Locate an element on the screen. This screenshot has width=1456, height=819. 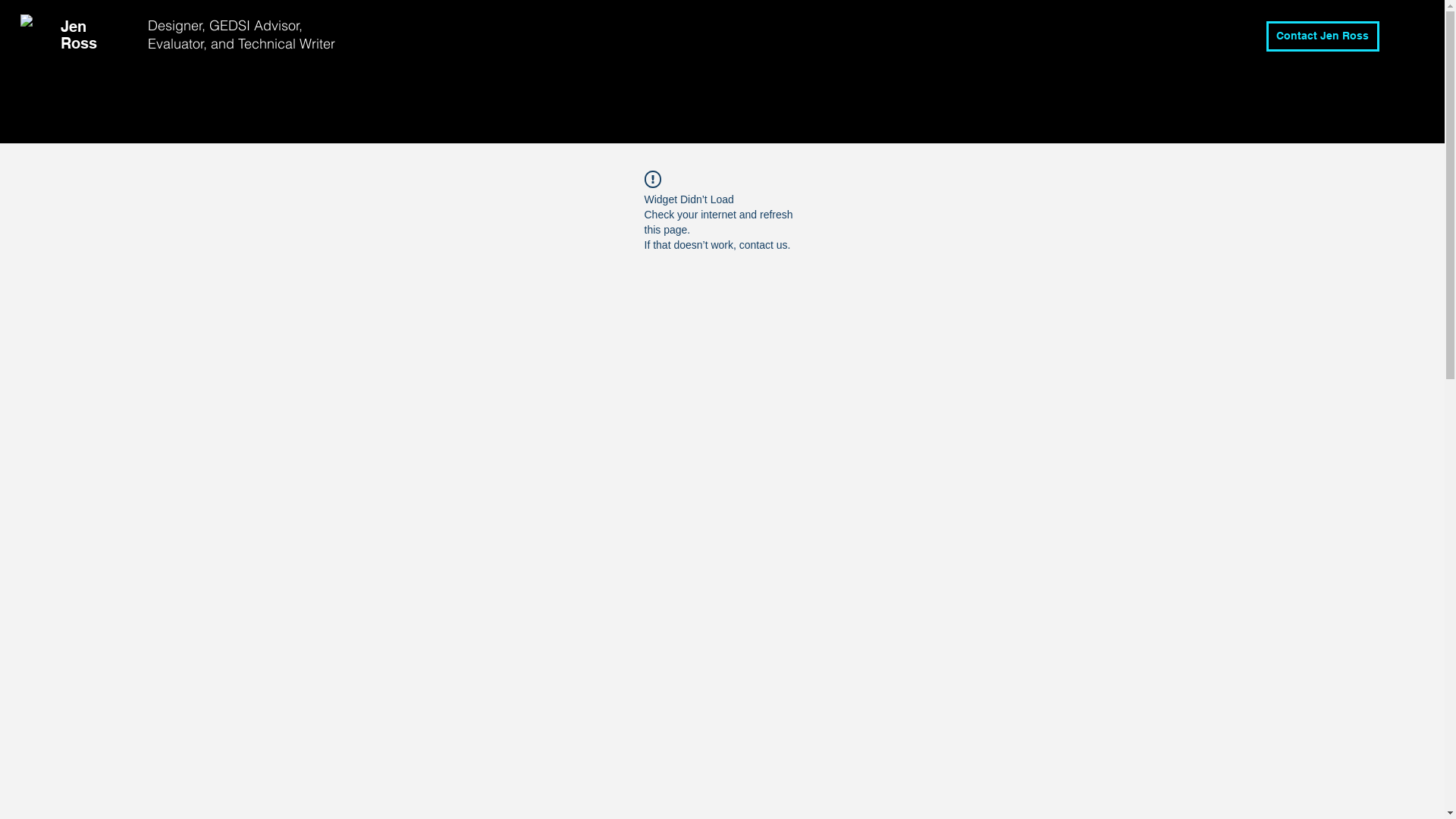
'Contact Jen Ross' is located at coordinates (1322, 35).